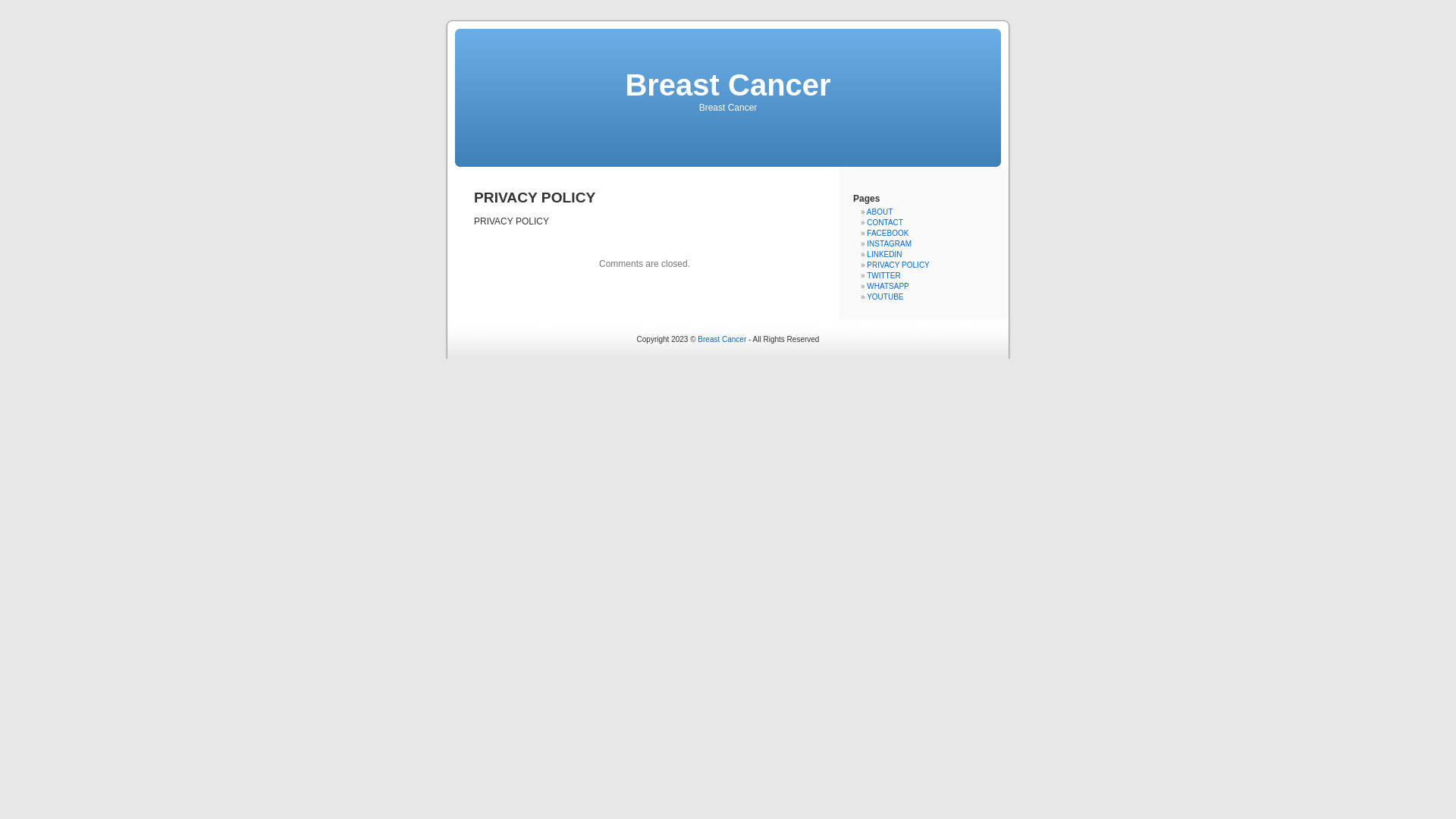  I want to click on 'Breast Cancer', so click(726, 84).